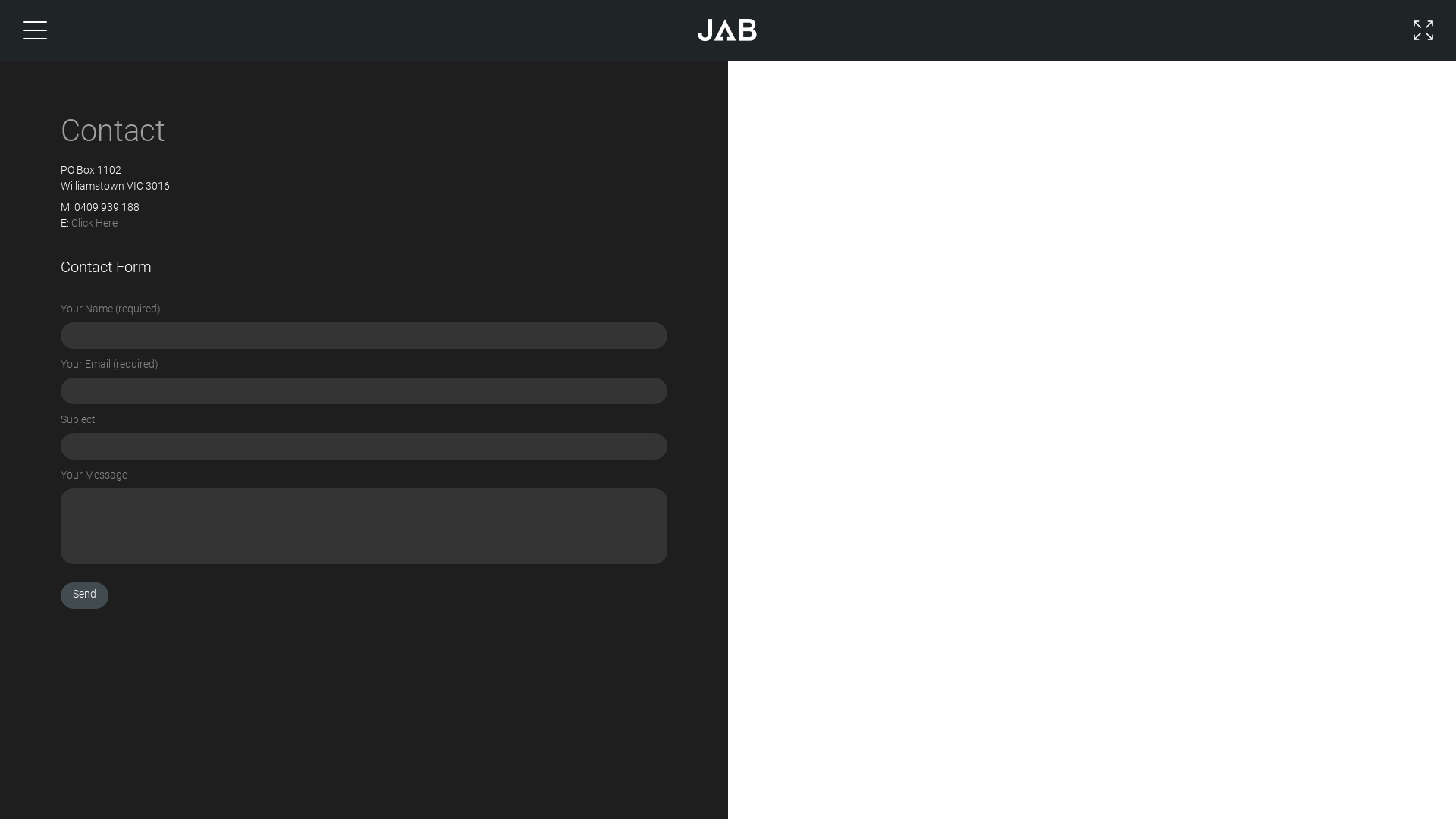 The height and width of the screenshot is (819, 1456). Describe the element at coordinates (93, 222) in the screenshot. I see `'Click Here'` at that location.